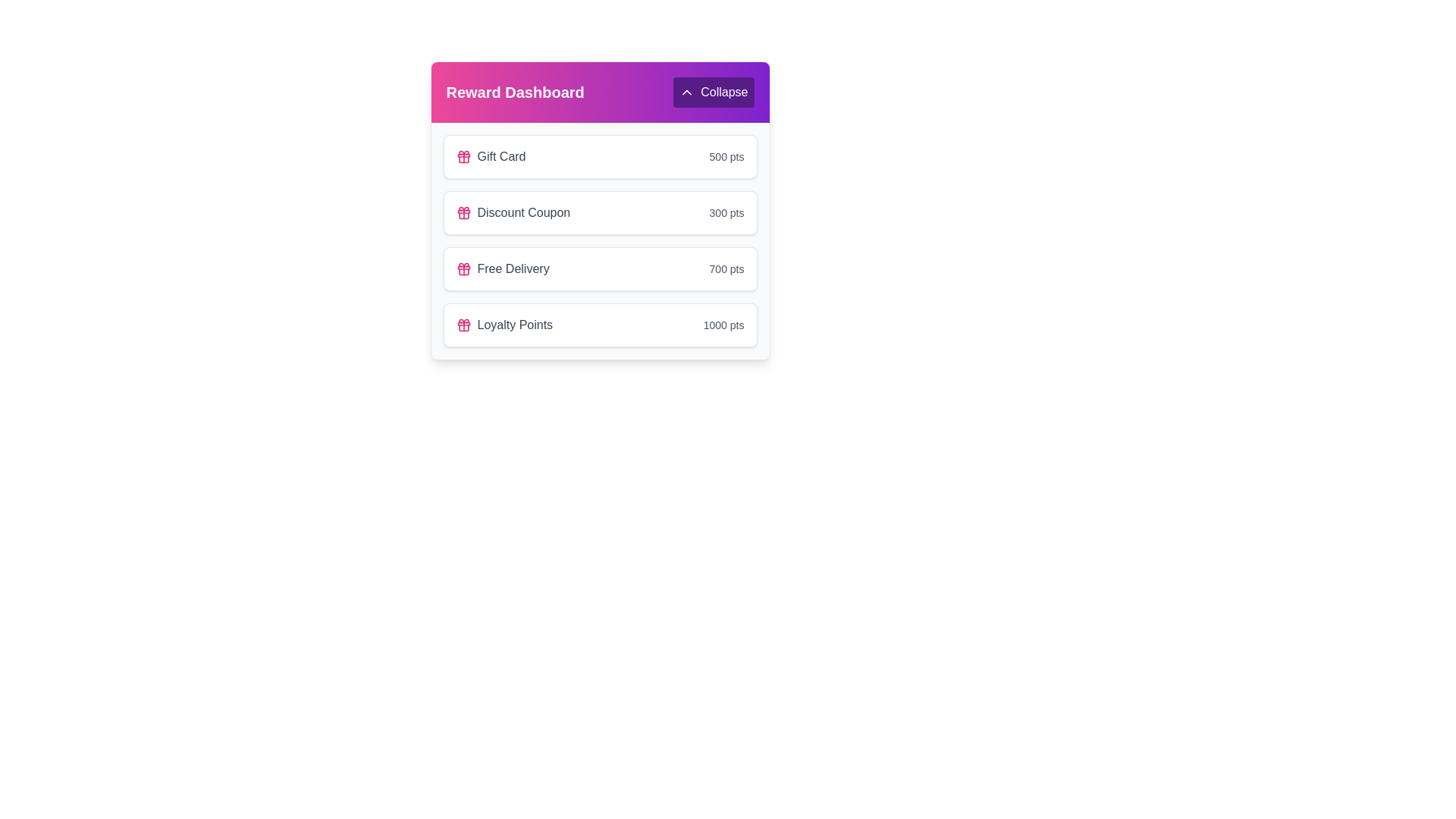 The image size is (1456, 819). I want to click on the pink outline gift icon located next to the 'Discount Coupon' label in the rewards list, so click(463, 213).